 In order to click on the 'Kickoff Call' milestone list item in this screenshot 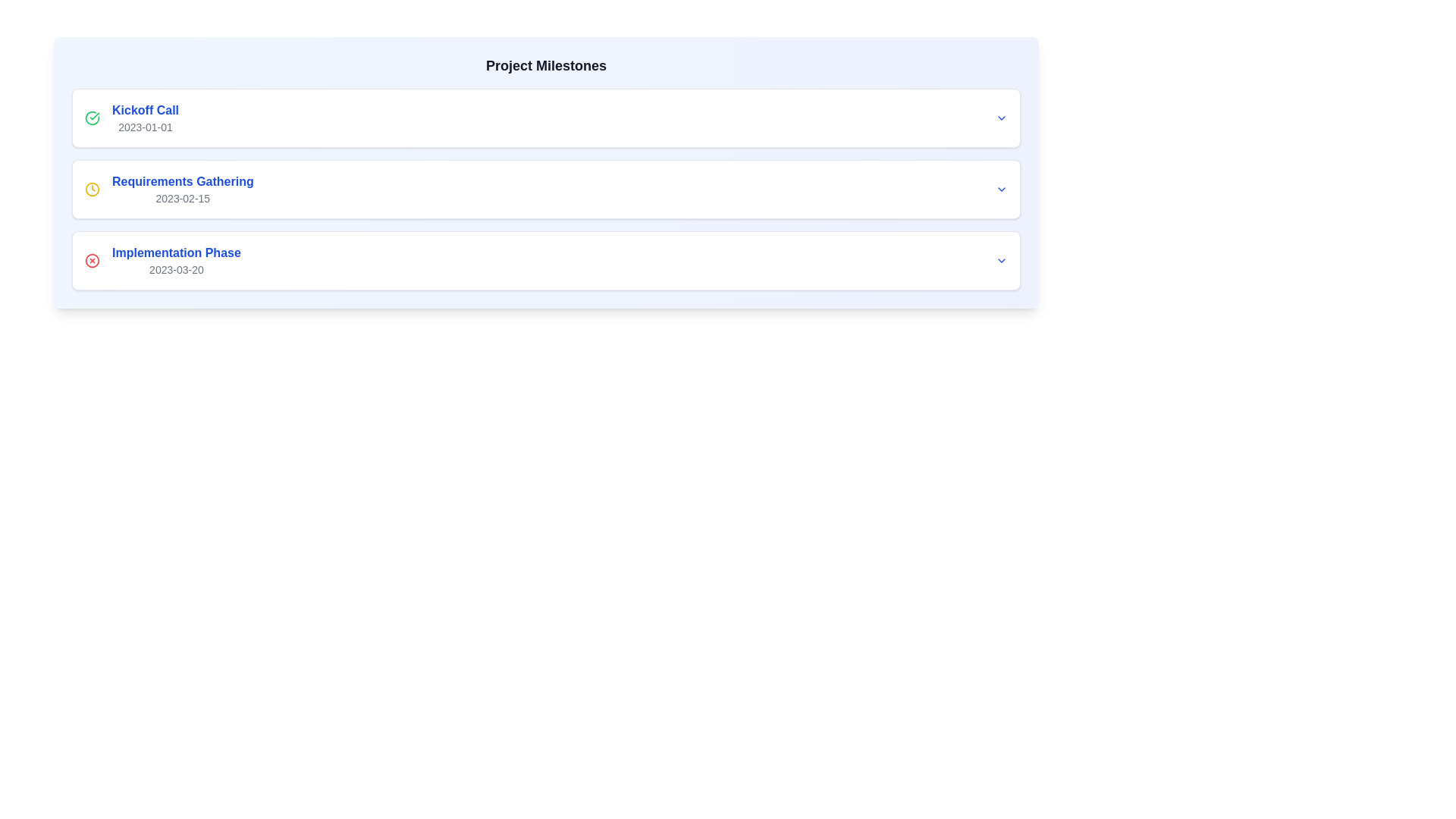, I will do `click(131, 117)`.